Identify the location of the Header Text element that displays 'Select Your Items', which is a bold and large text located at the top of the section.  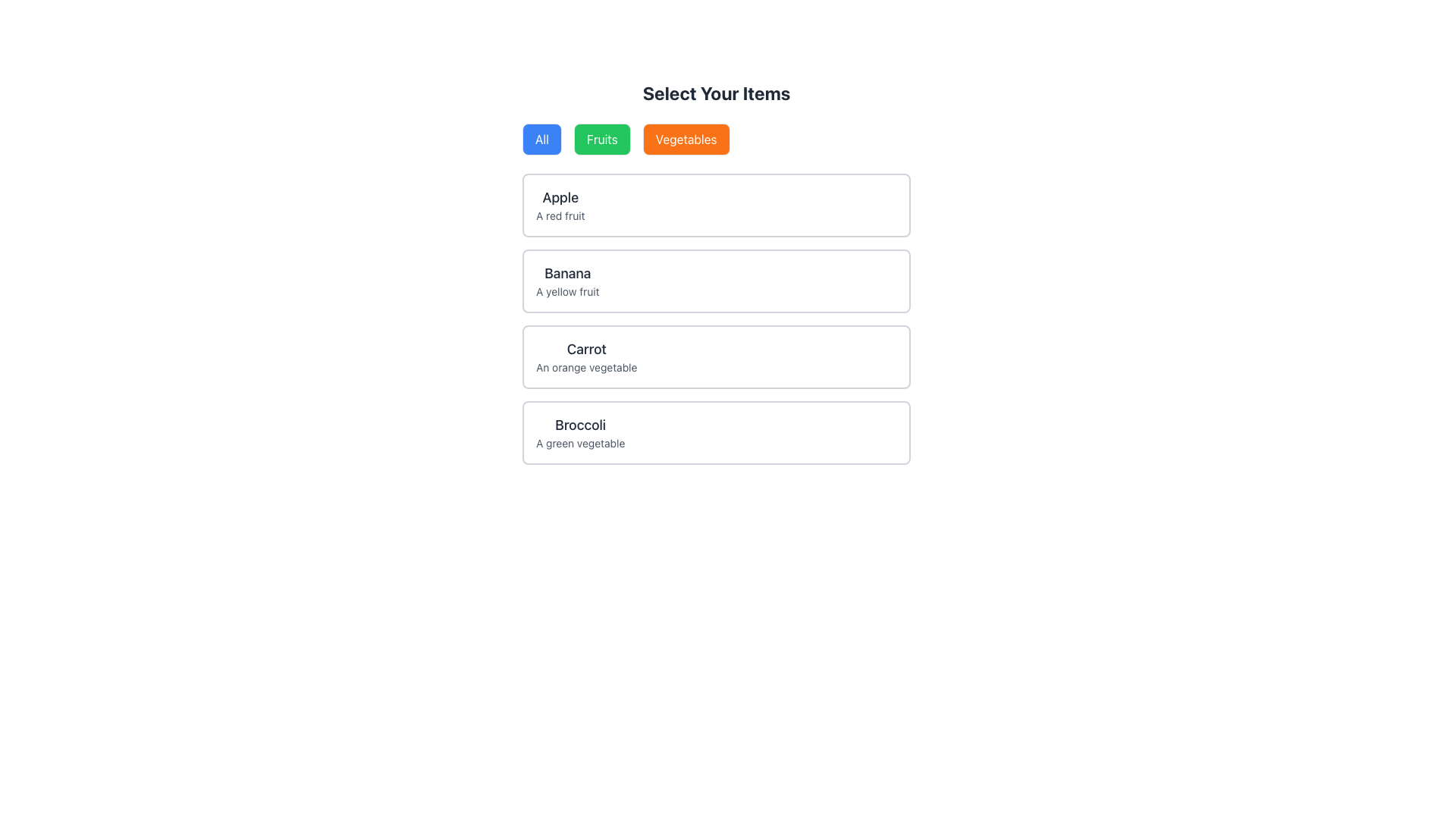
(716, 93).